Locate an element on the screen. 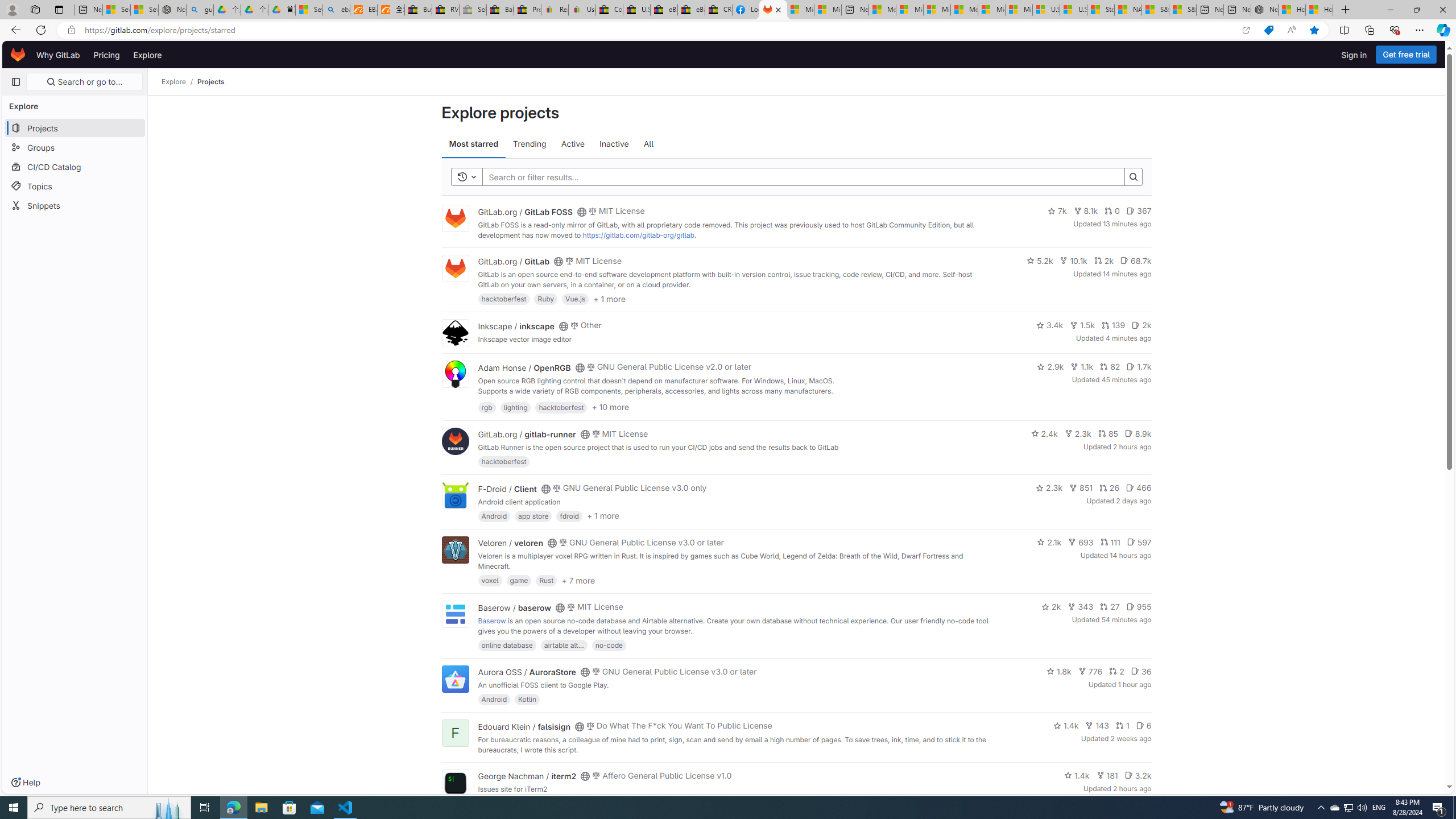 The width and height of the screenshot is (1456, 819). 'Toggle history' is located at coordinates (466, 176).